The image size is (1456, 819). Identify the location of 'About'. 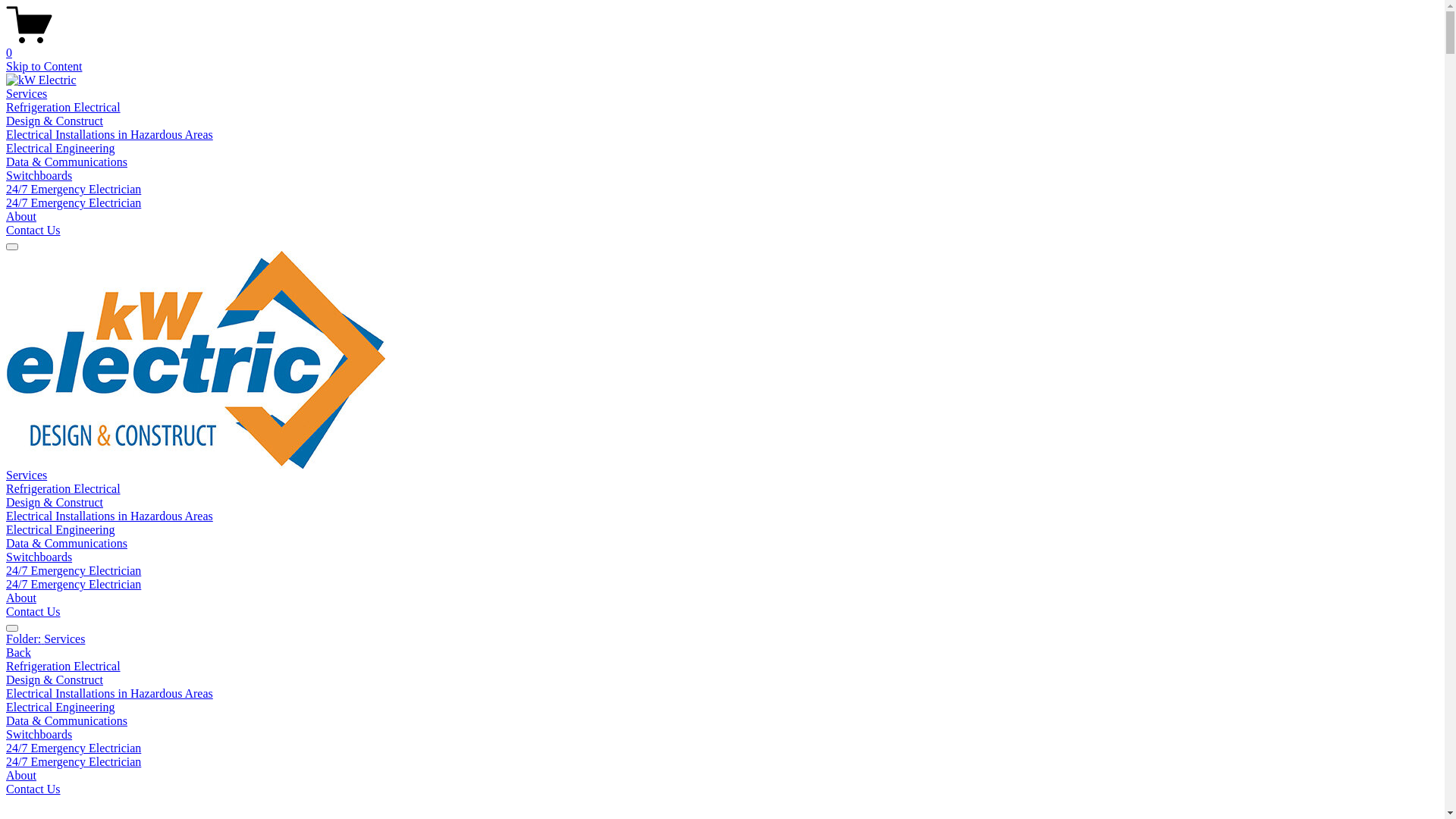
(21, 216).